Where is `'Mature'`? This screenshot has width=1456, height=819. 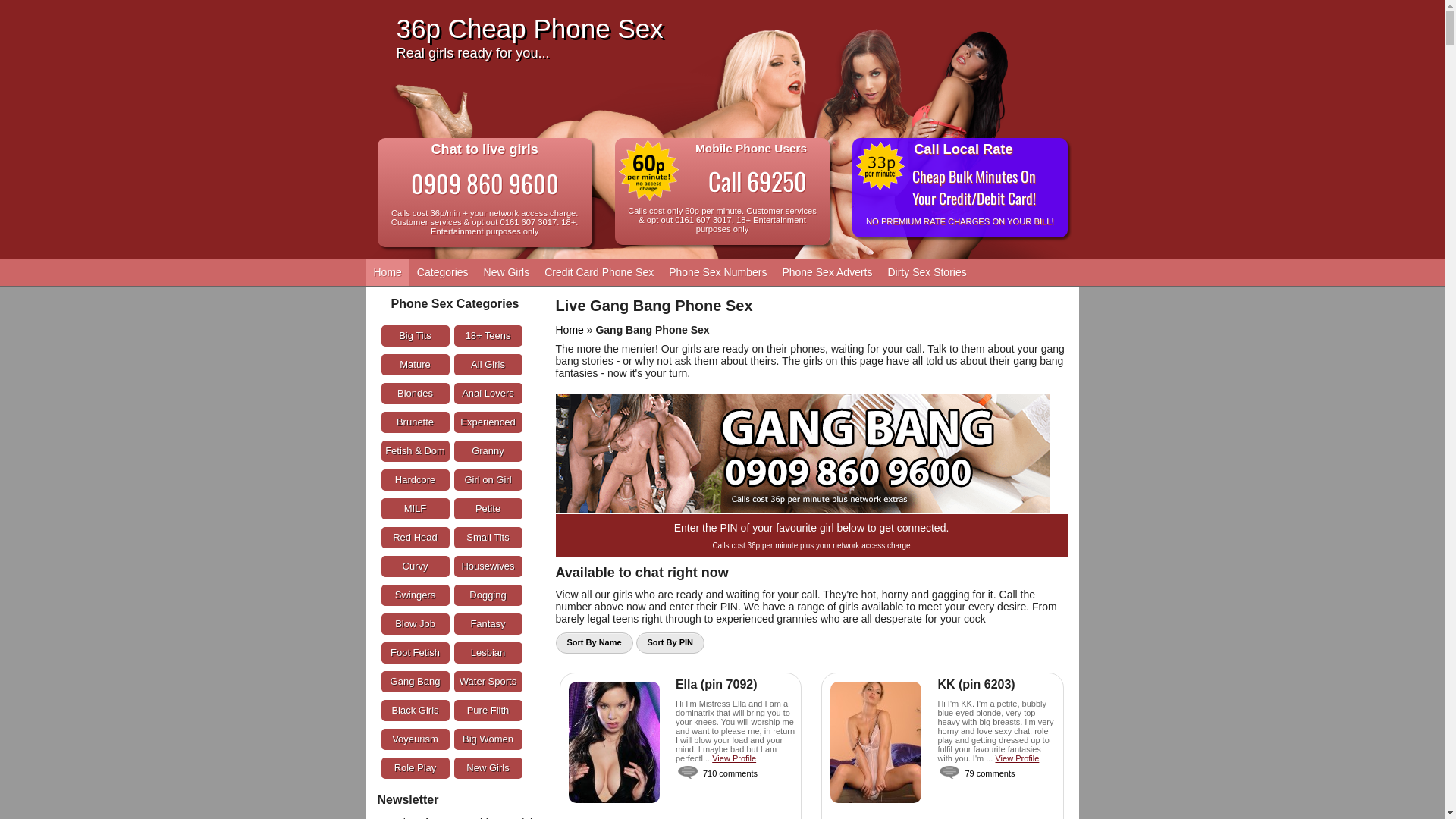
'Mature' is located at coordinates (415, 365).